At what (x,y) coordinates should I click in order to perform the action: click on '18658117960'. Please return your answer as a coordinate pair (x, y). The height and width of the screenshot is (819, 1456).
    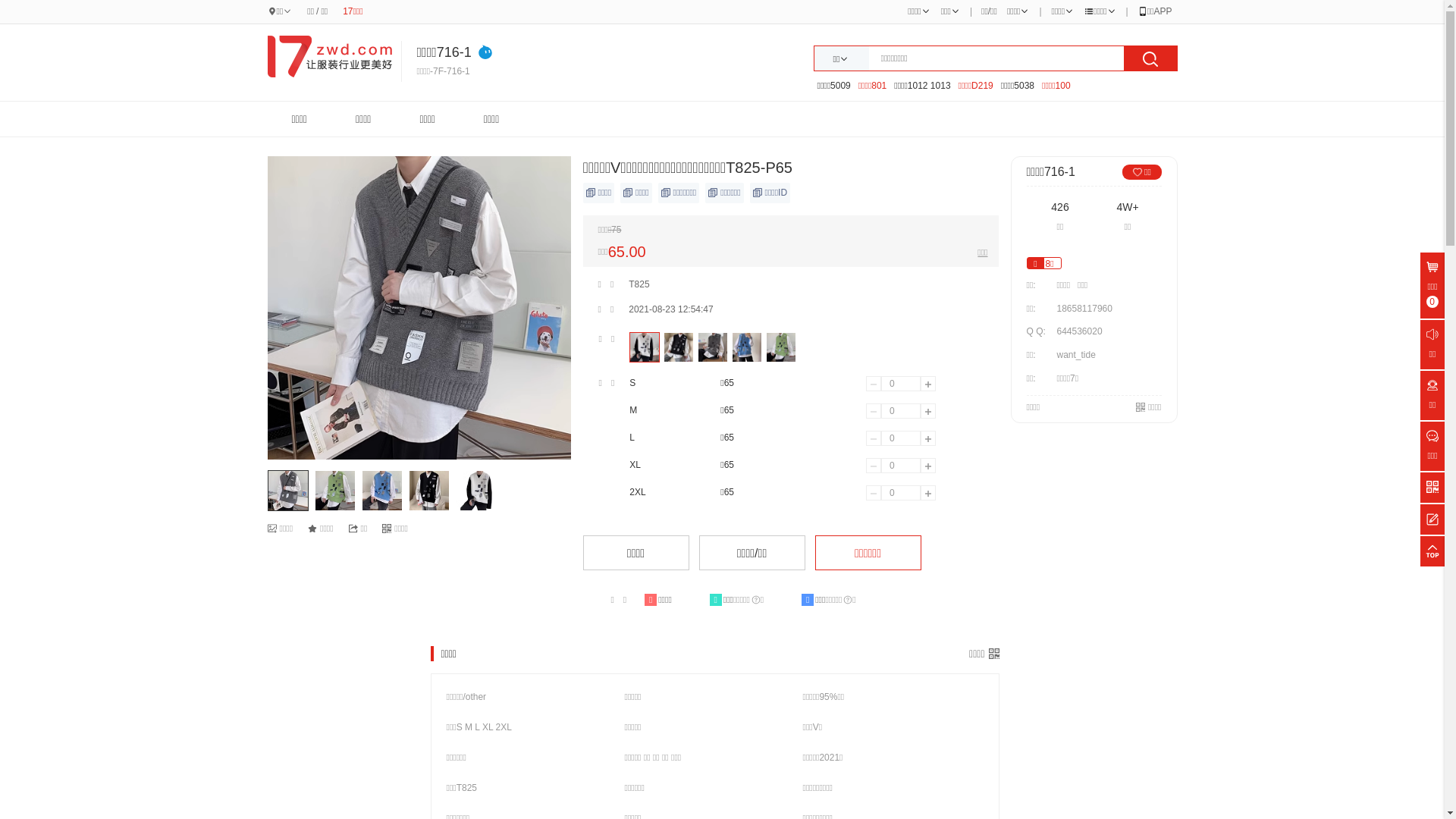
    Looking at the image, I should click on (1051, 308).